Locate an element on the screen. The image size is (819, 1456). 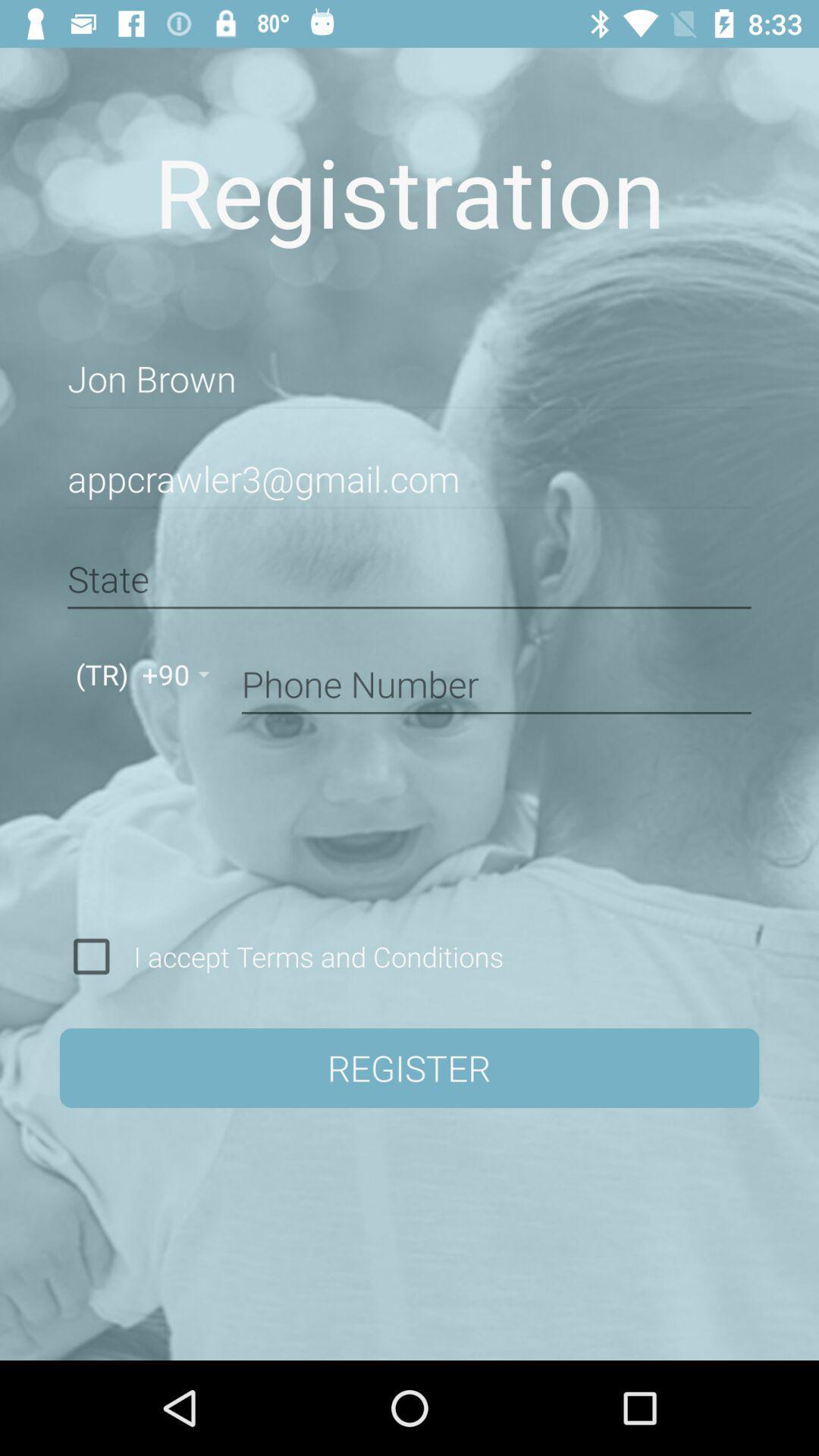
the item to the left of i accept terms is located at coordinates (91, 955).